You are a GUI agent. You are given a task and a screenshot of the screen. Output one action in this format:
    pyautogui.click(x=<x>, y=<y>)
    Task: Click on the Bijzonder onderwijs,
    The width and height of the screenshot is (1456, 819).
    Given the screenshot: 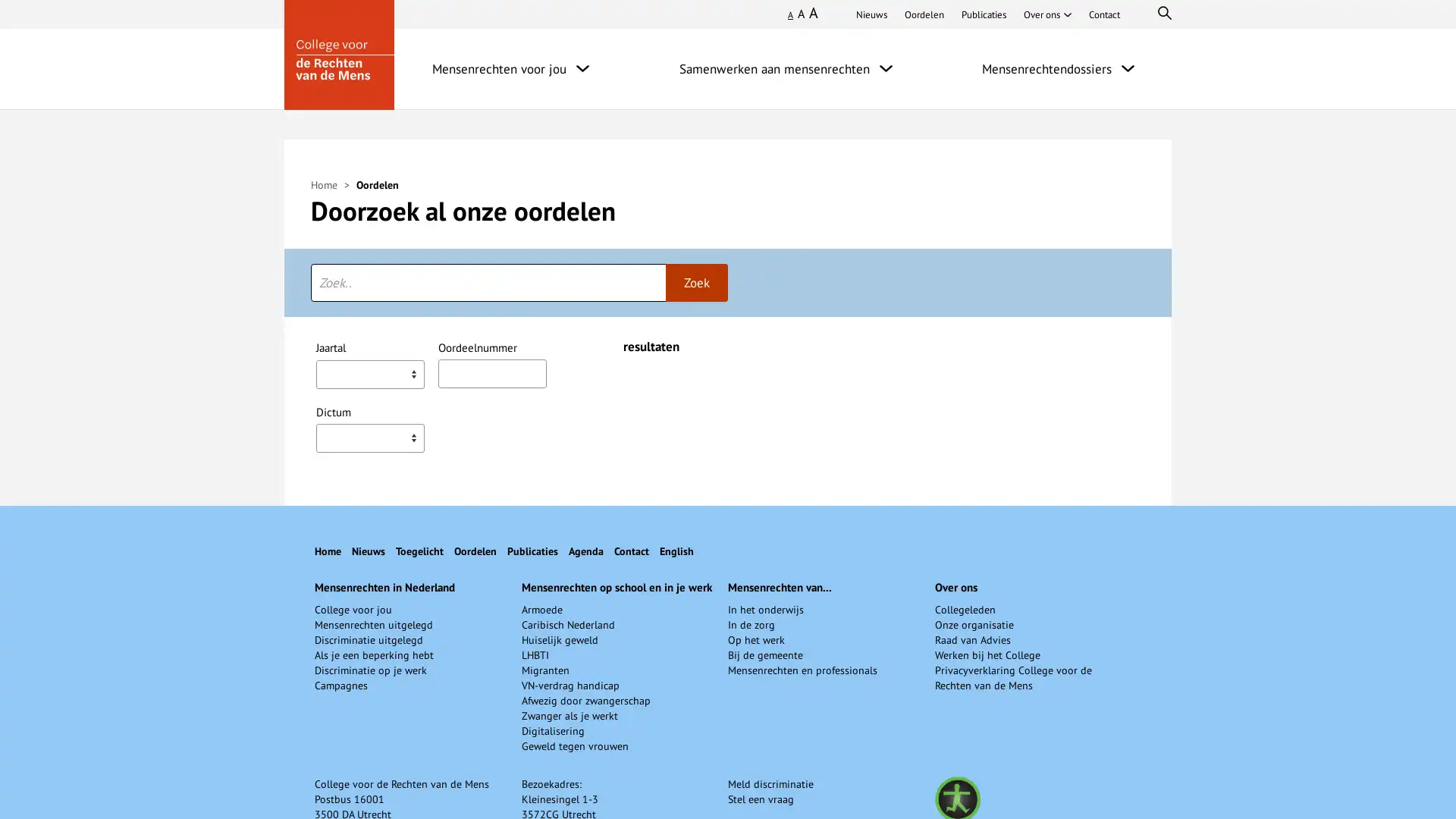 What is the action you would take?
    pyautogui.click(x=673, y=778)
    